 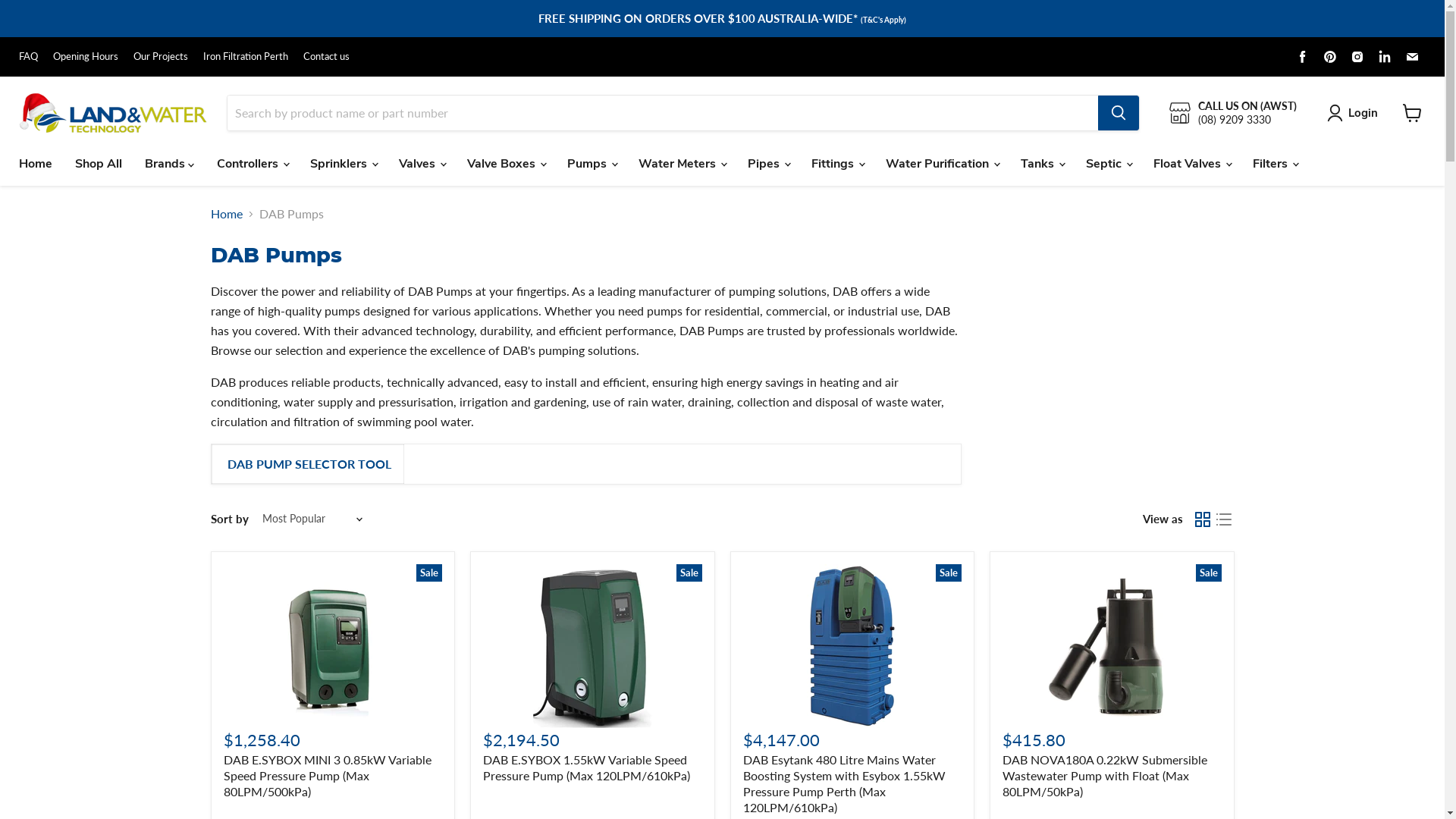 What do you see at coordinates (1302, 55) in the screenshot?
I see `'Find us on Facebook'` at bounding box center [1302, 55].